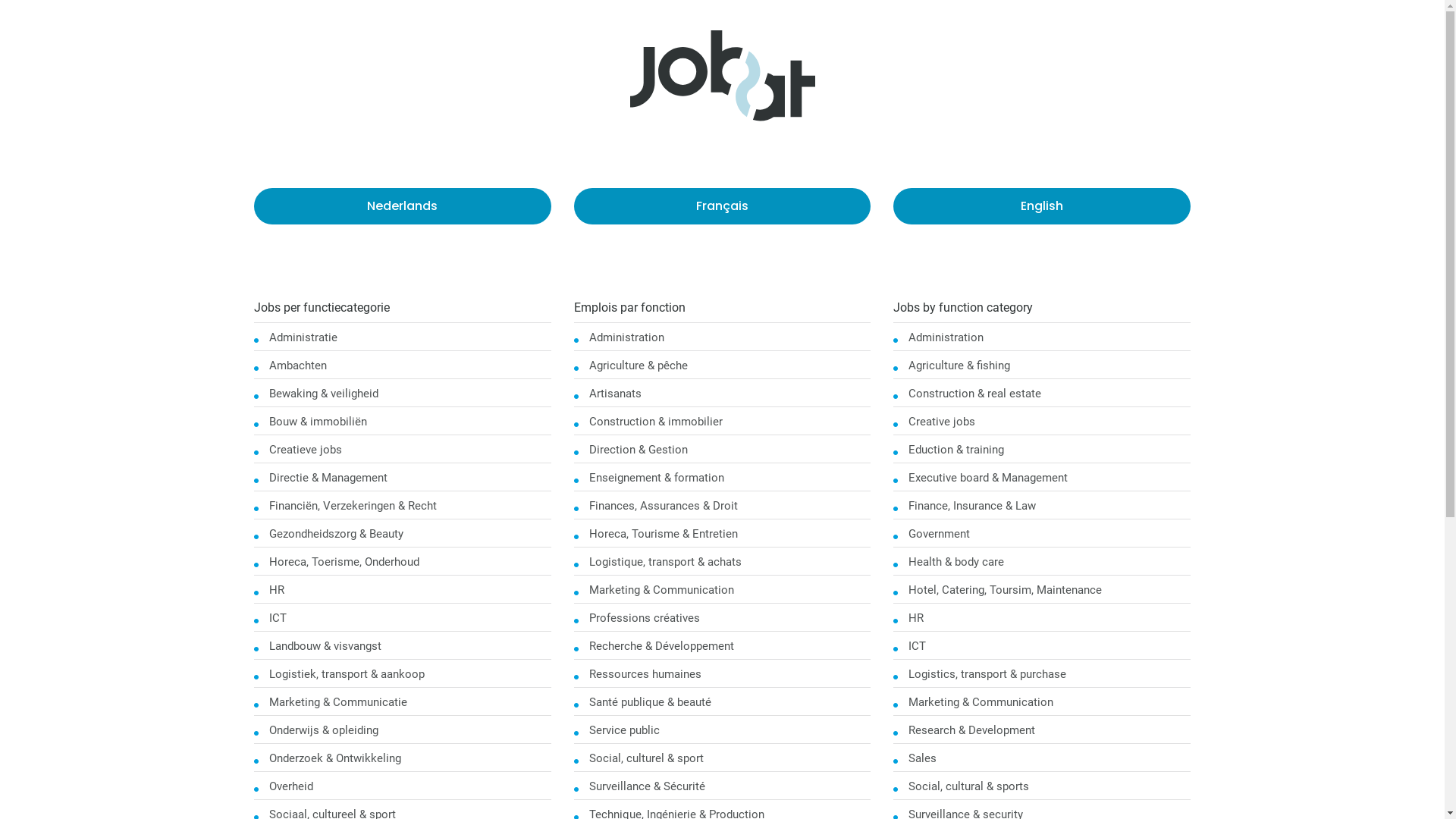 The image size is (1456, 819). What do you see at coordinates (645, 673) in the screenshot?
I see `'Ressources humaines'` at bounding box center [645, 673].